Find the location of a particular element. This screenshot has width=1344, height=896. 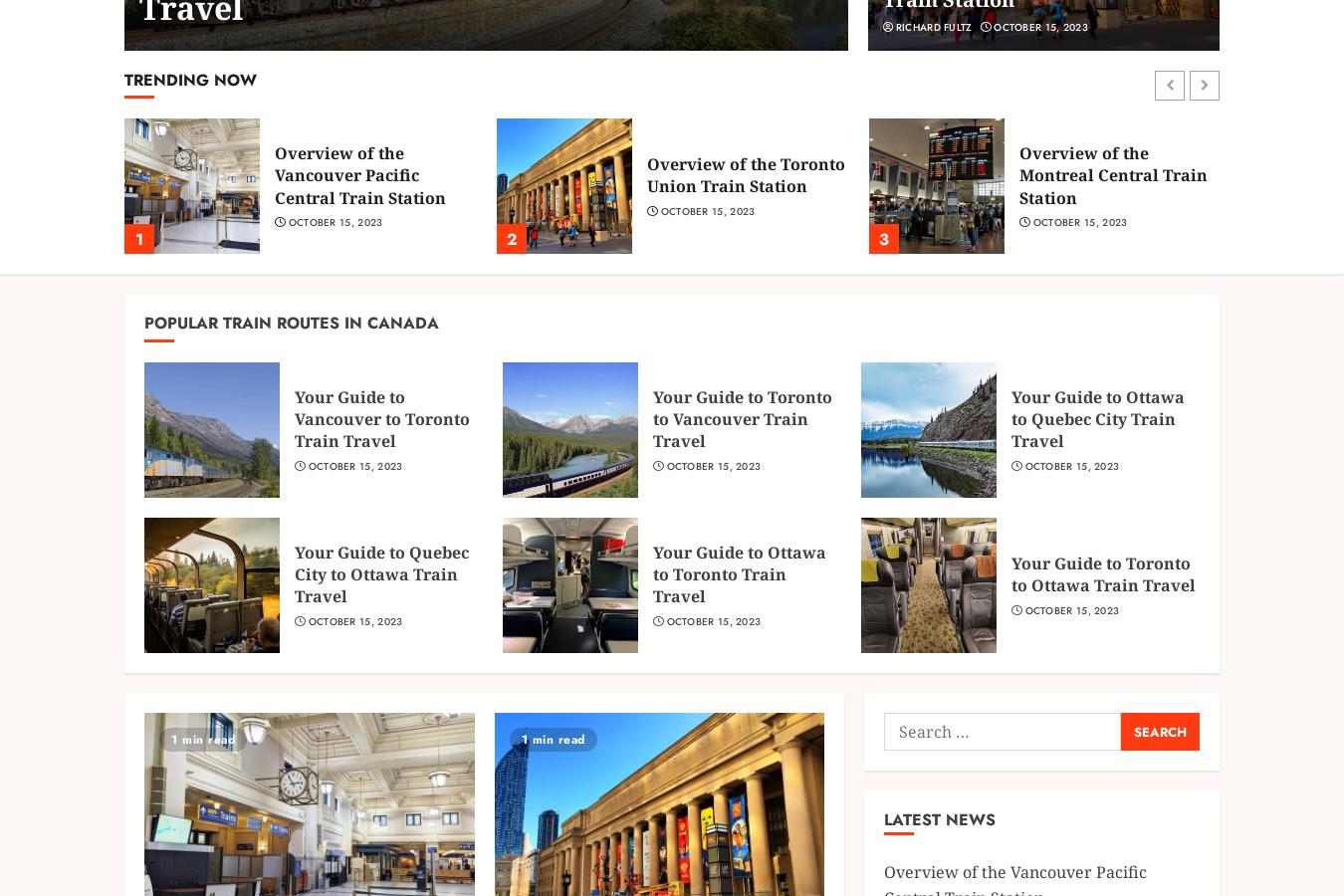

'Your Guide to Ottawa to Quebec City Train Travel' is located at coordinates (1097, 418).